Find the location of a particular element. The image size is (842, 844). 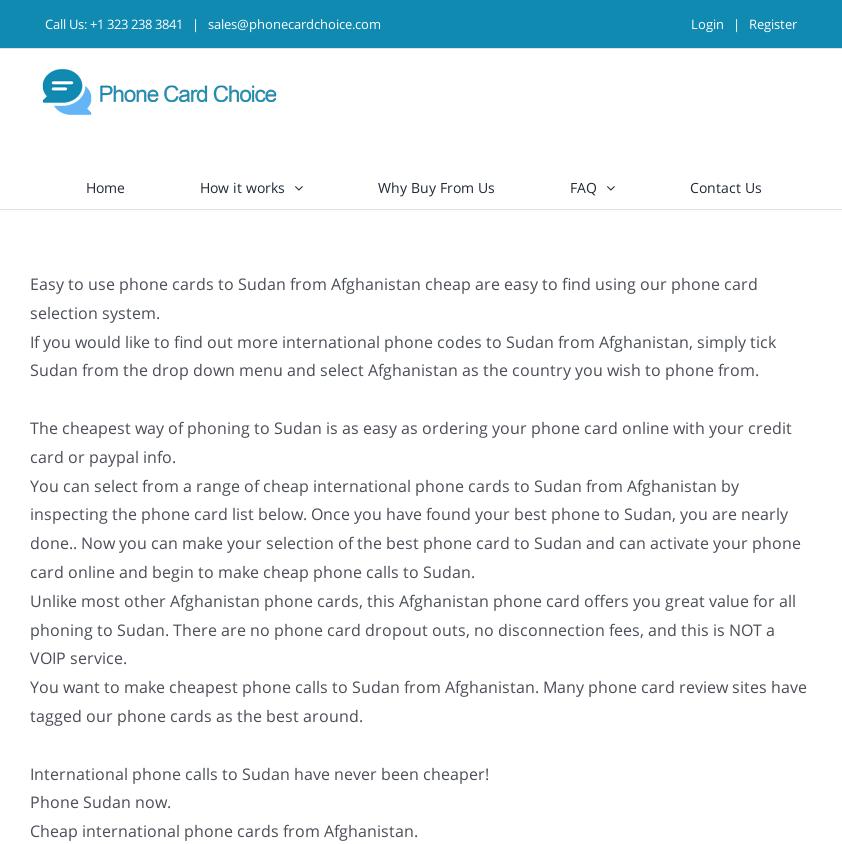

'Lost PIN' is located at coordinates (591, 334).